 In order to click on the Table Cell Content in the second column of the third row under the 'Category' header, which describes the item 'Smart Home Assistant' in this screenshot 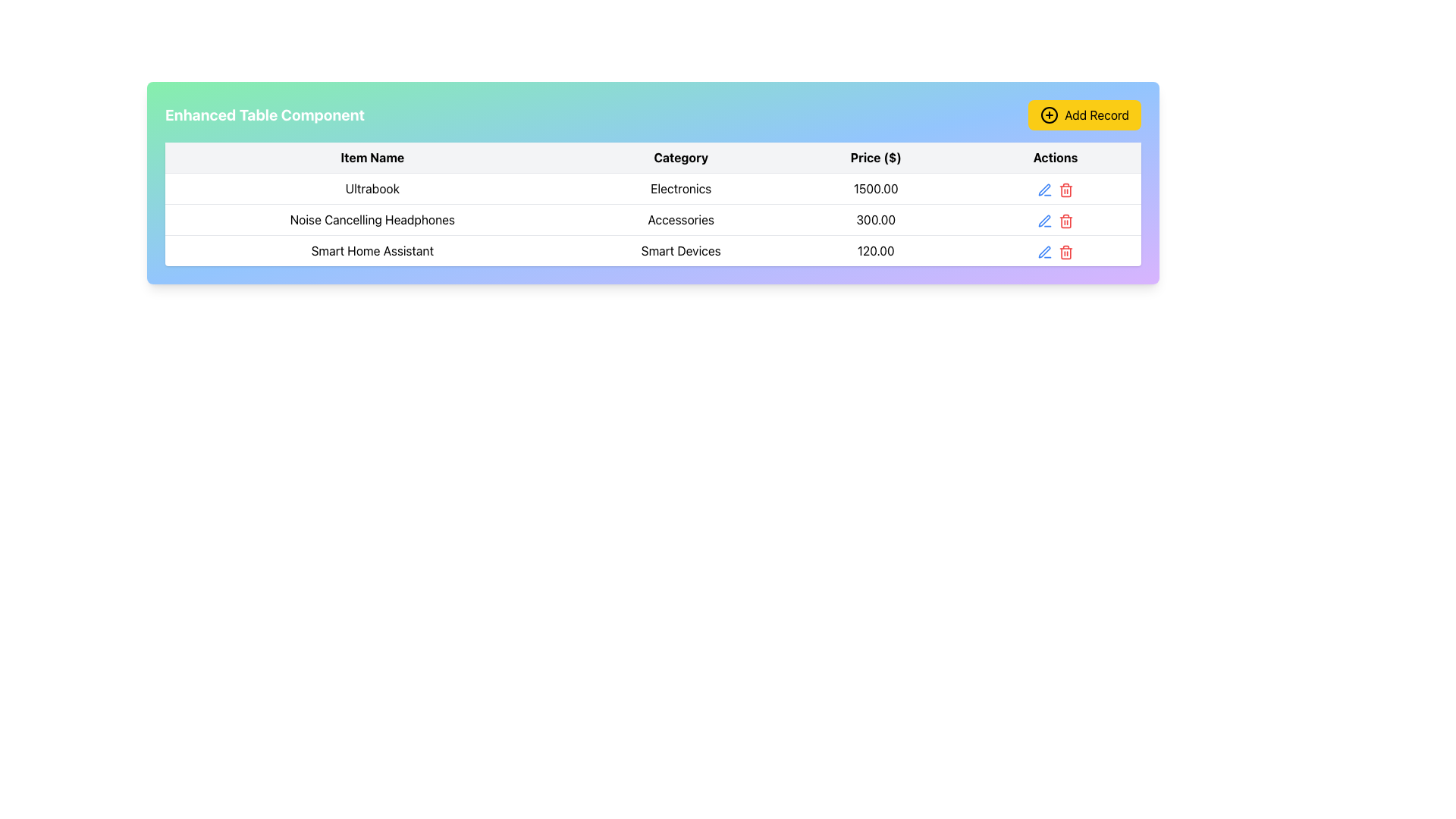, I will do `click(680, 249)`.